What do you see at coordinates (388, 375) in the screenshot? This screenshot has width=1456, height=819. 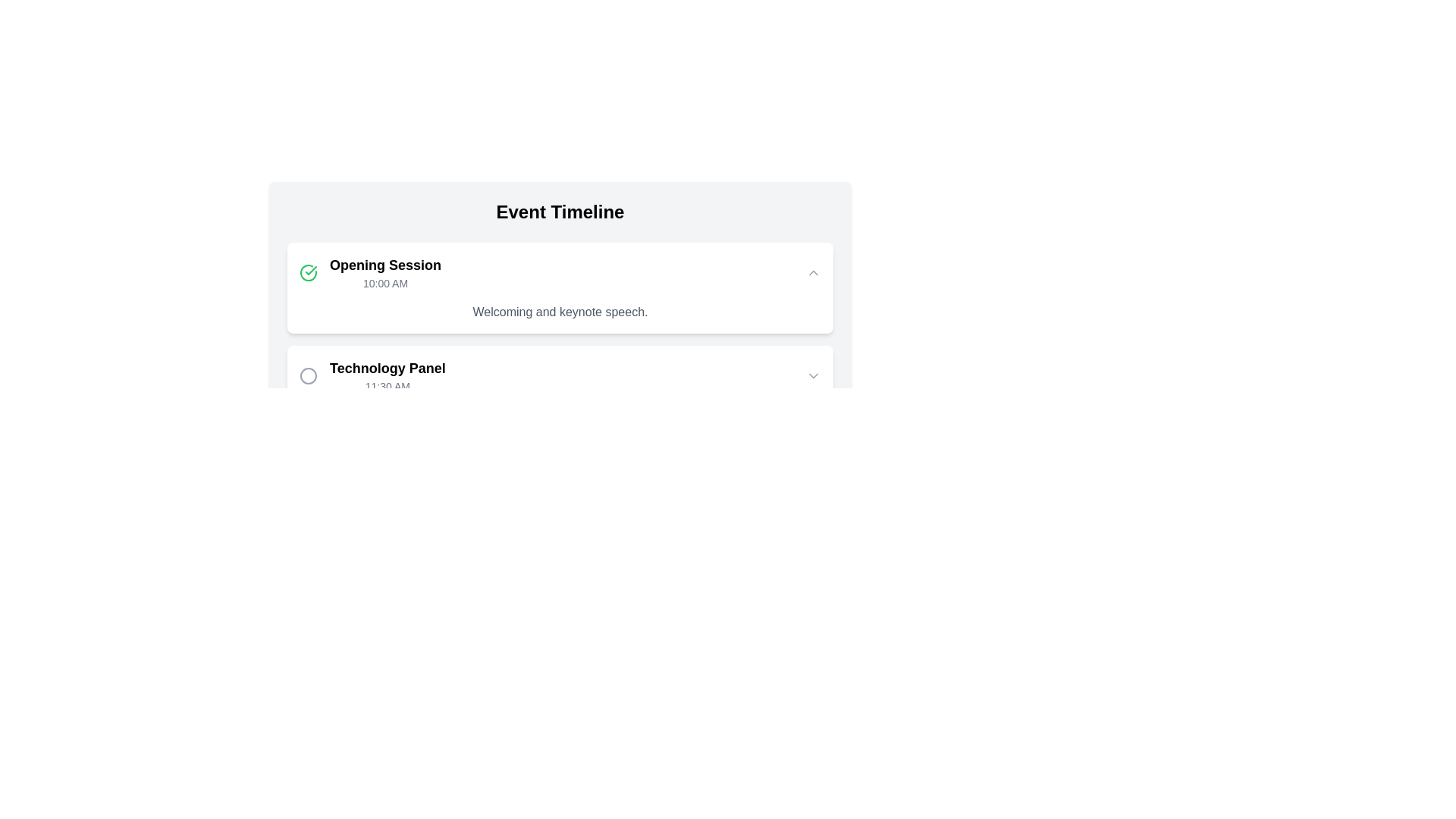 I see `the text block displaying 'Technology Panel' in bold black text and '11:30 AM' in smaller gray text, located within the timeline interface under the 'Opening Session' item` at bounding box center [388, 375].